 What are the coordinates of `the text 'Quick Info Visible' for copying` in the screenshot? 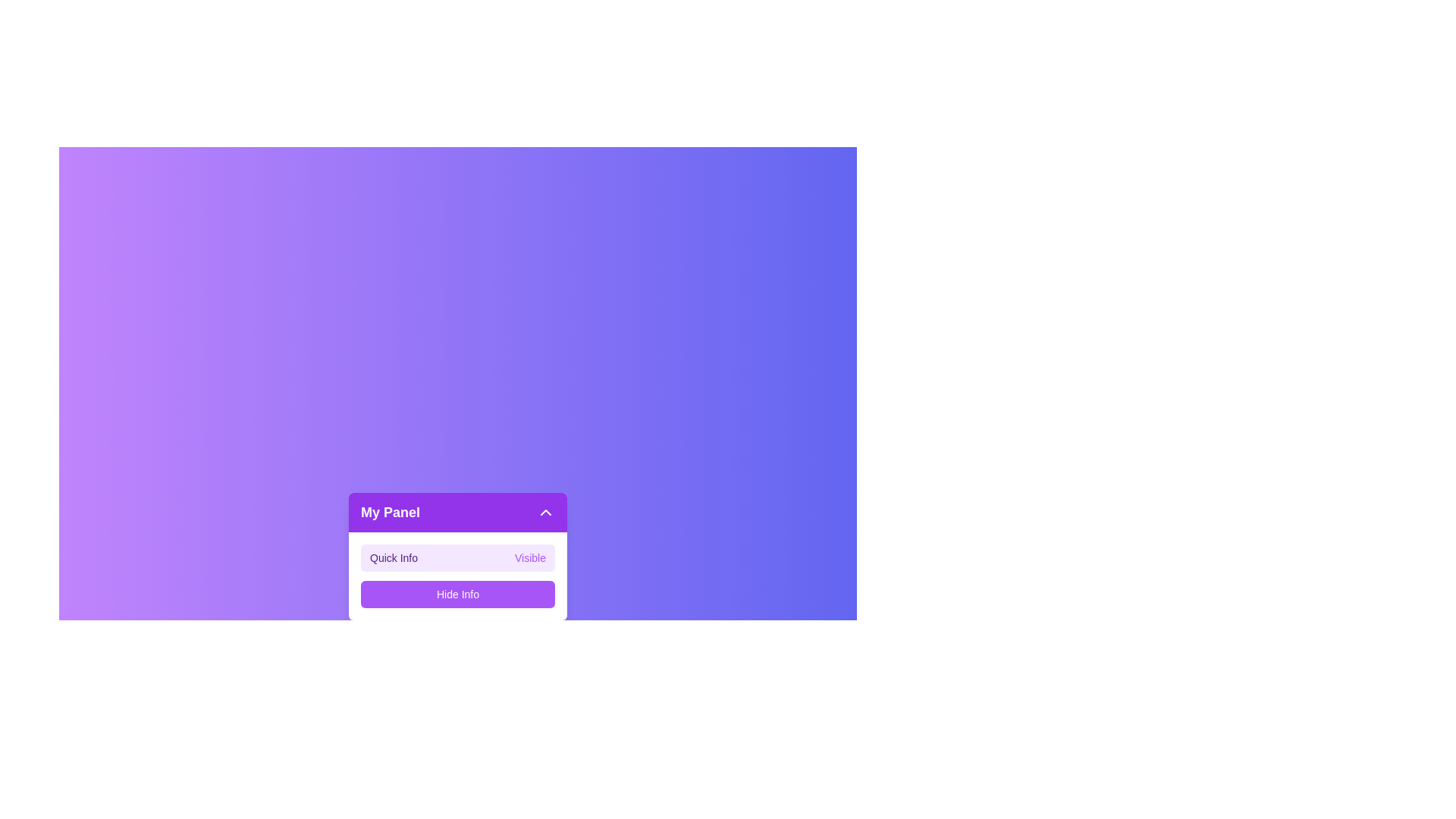 It's located at (359, 543).